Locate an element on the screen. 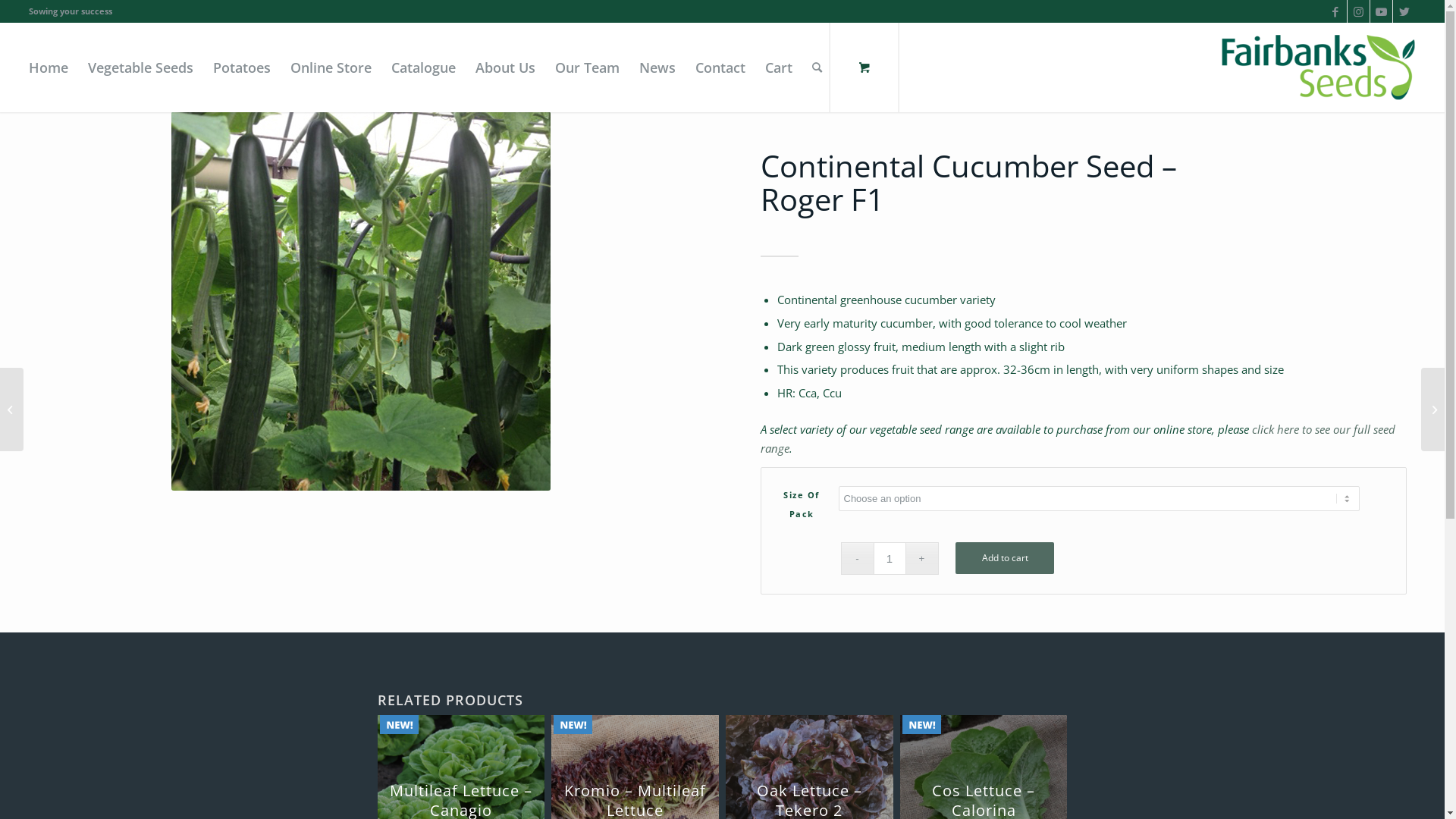 The height and width of the screenshot is (819, 1456). 'Potatoes' is located at coordinates (240, 66).